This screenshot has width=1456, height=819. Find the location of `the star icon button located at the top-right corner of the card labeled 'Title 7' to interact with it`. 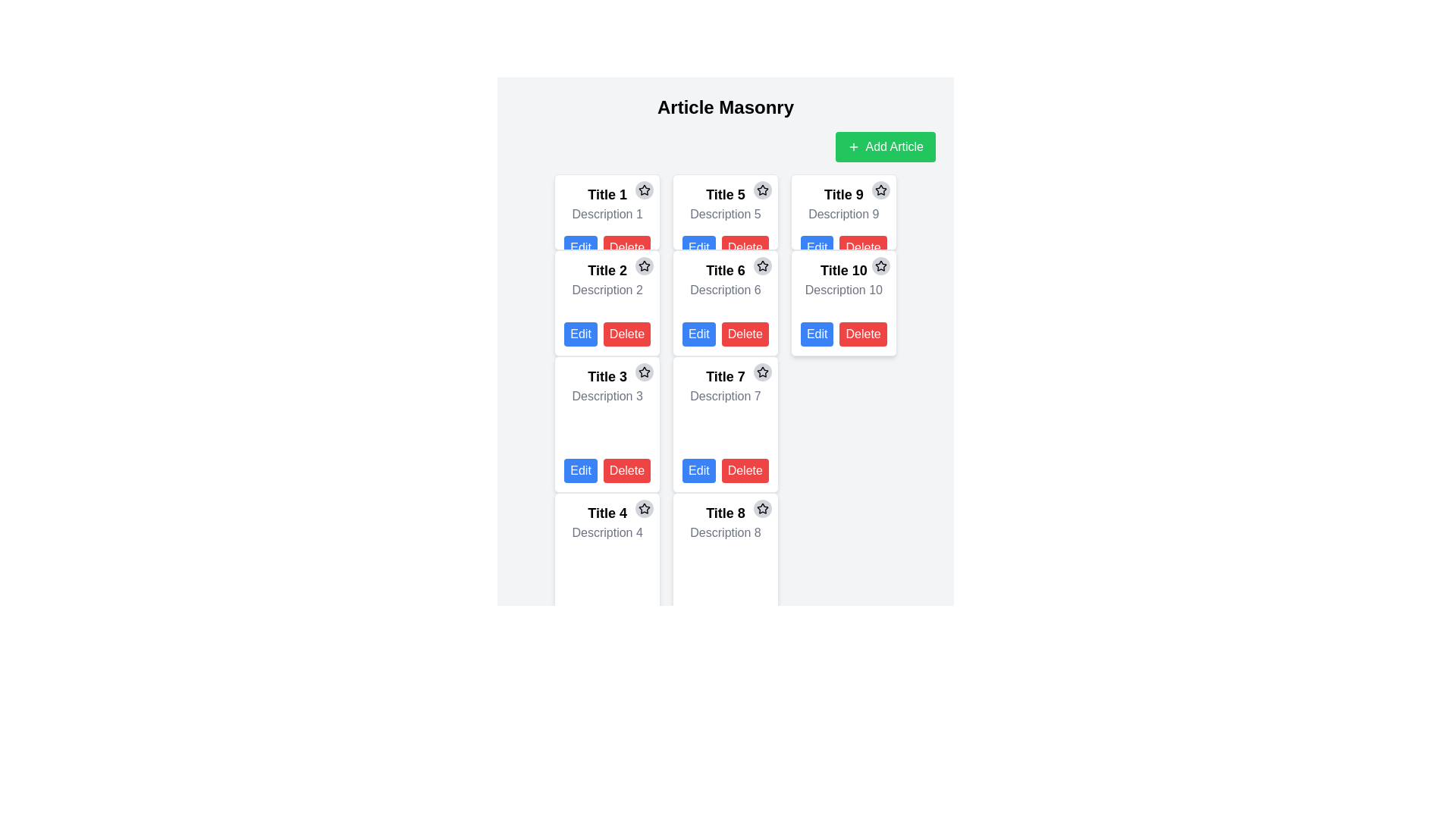

the star icon button located at the top-right corner of the card labeled 'Title 7' to interact with it is located at coordinates (762, 372).